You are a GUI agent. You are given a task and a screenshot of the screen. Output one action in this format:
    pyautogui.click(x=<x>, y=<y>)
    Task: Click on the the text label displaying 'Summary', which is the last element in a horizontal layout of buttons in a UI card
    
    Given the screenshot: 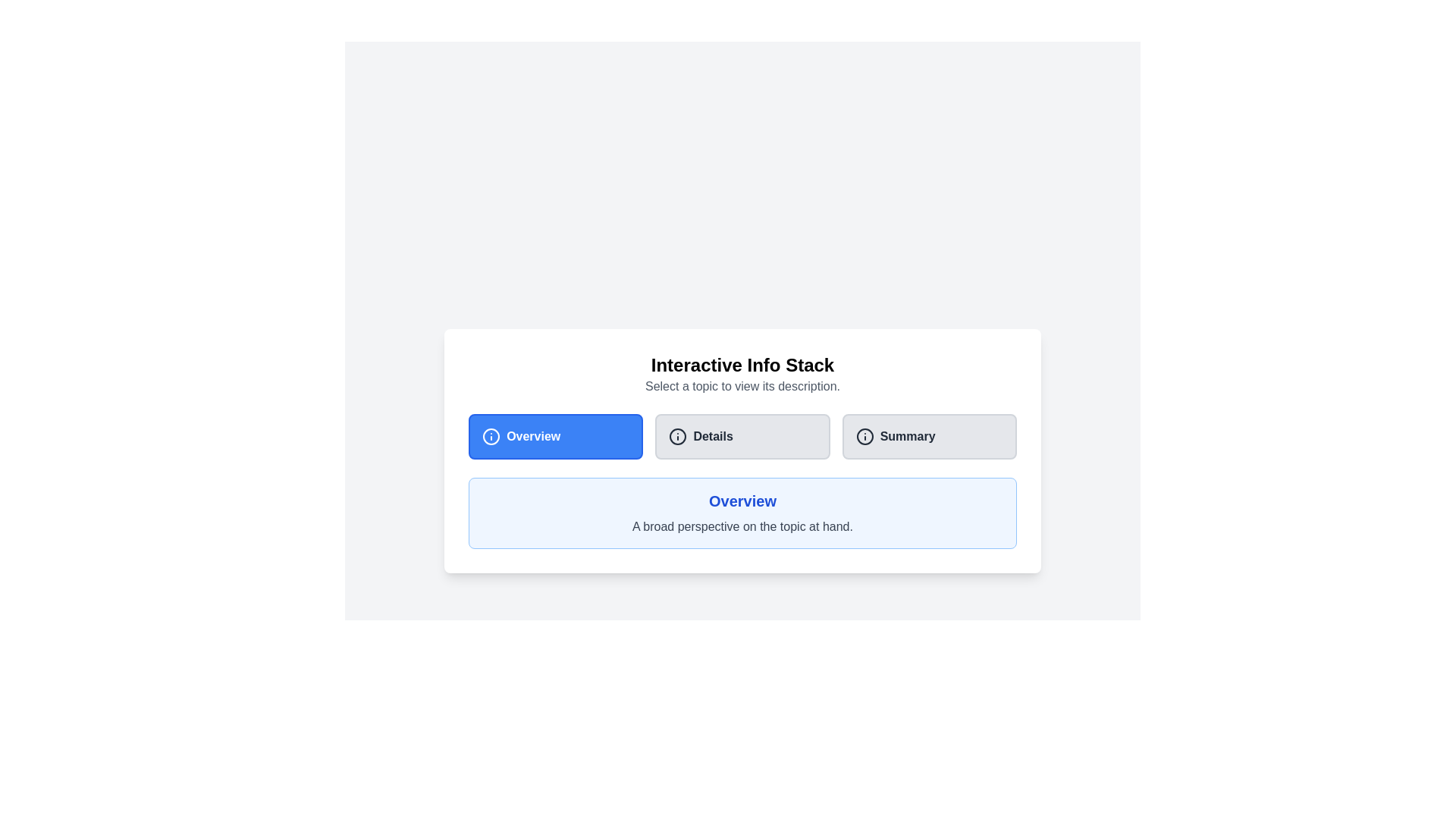 What is the action you would take?
    pyautogui.click(x=908, y=436)
    